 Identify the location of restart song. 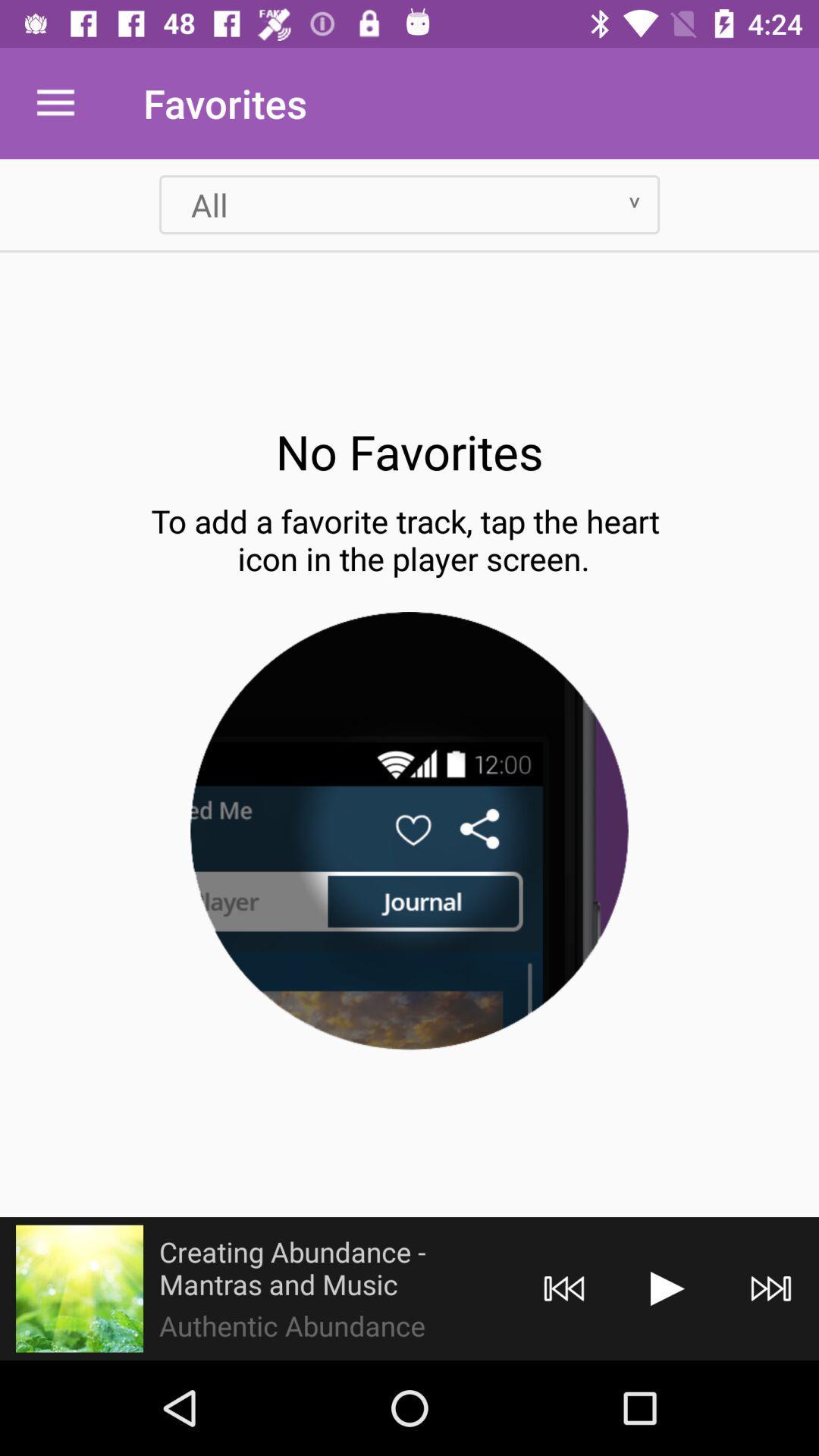
(564, 1288).